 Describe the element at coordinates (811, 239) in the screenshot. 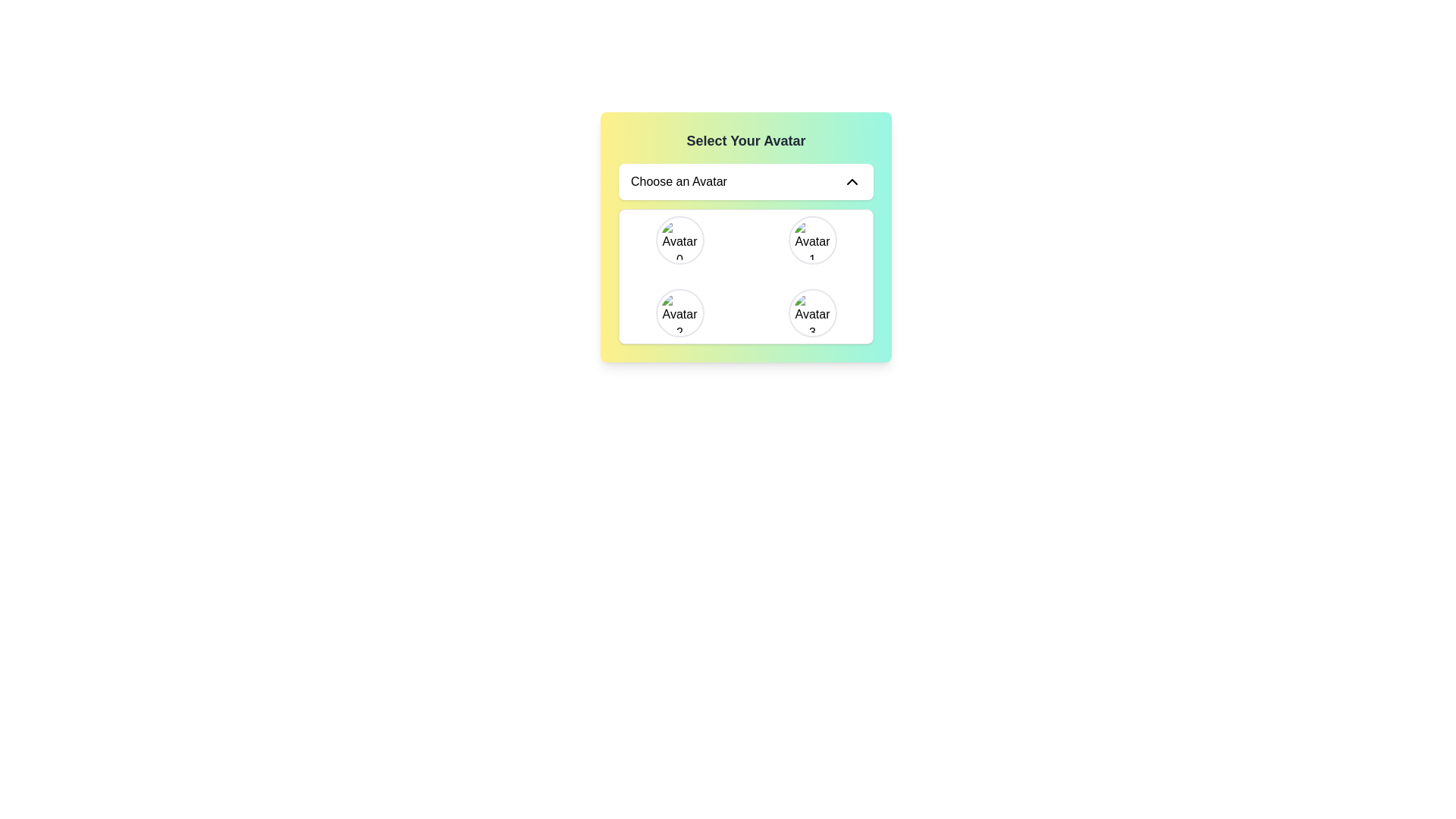

I see `the second avatar image button located at the top-right corner of the 'Select Your Avatar' card` at that location.